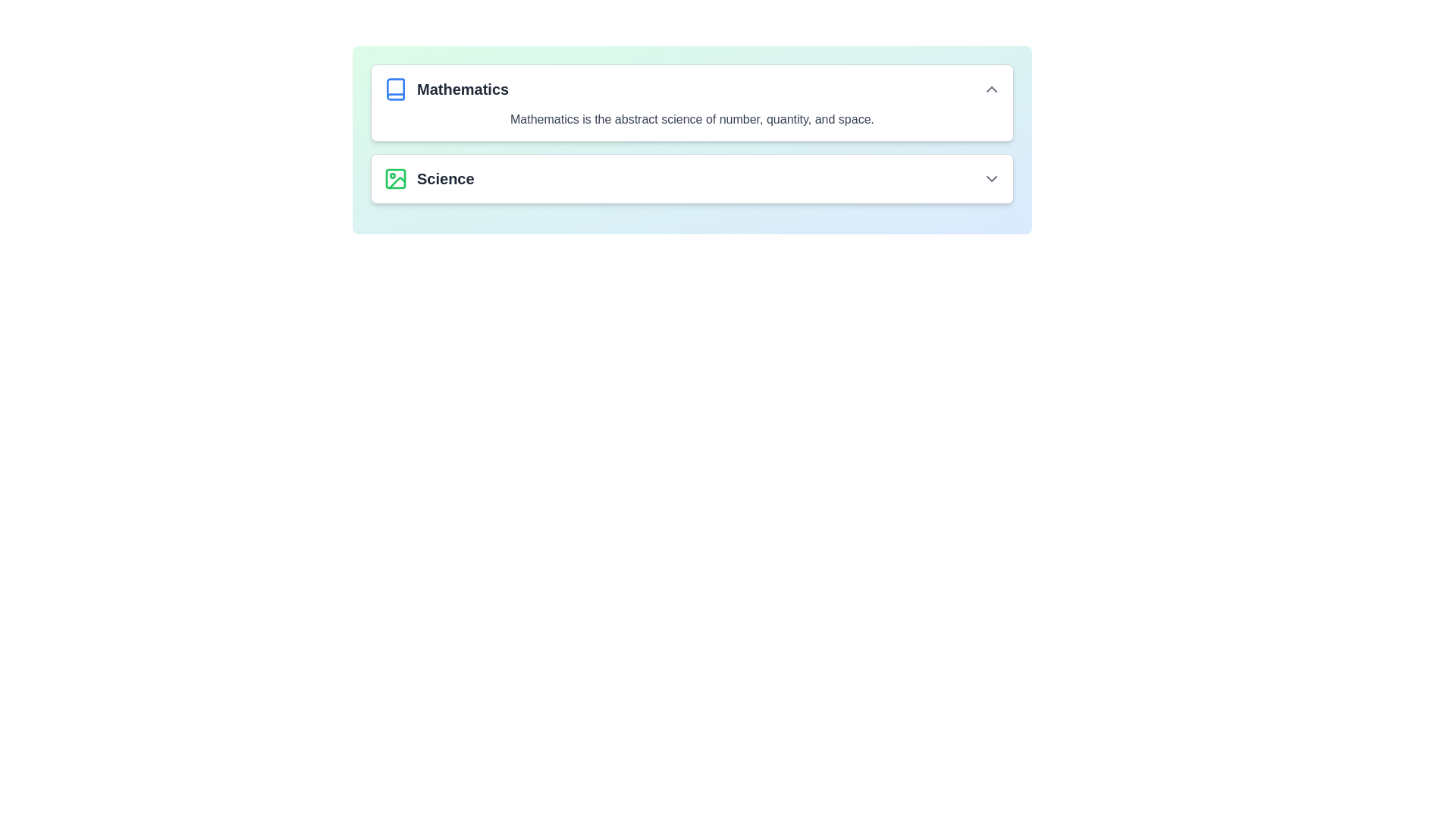 This screenshot has width=1456, height=819. I want to click on the 'Science' category icon located in the second card of selectable options, positioned directly below the 'Mathematics' card, so click(428, 177).